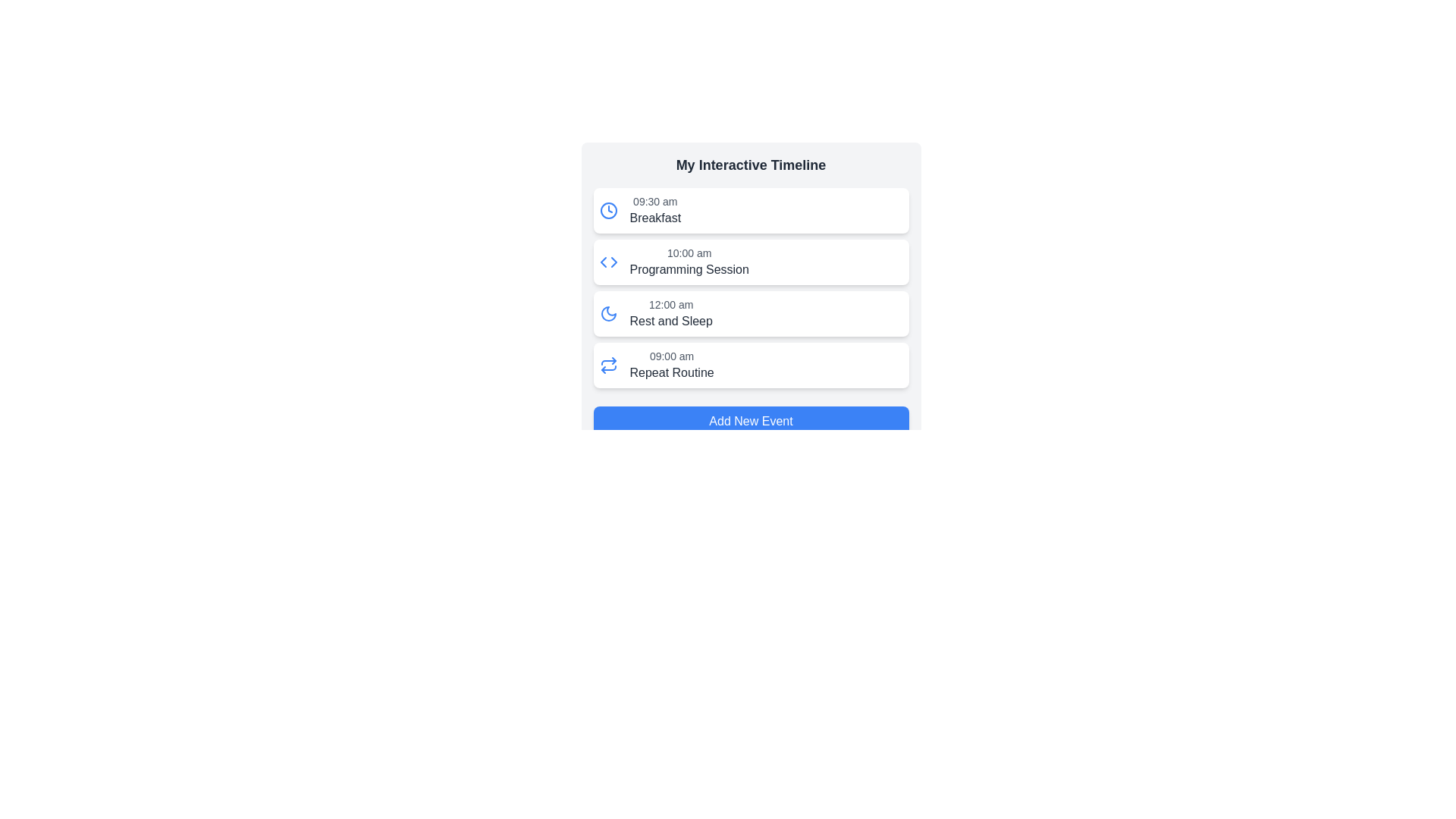  I want to click on time and activity text from the first entry in the 'My Interactive Timeline' section, which is located directly below the header and aligned with a clock icon, so click(655, 210).